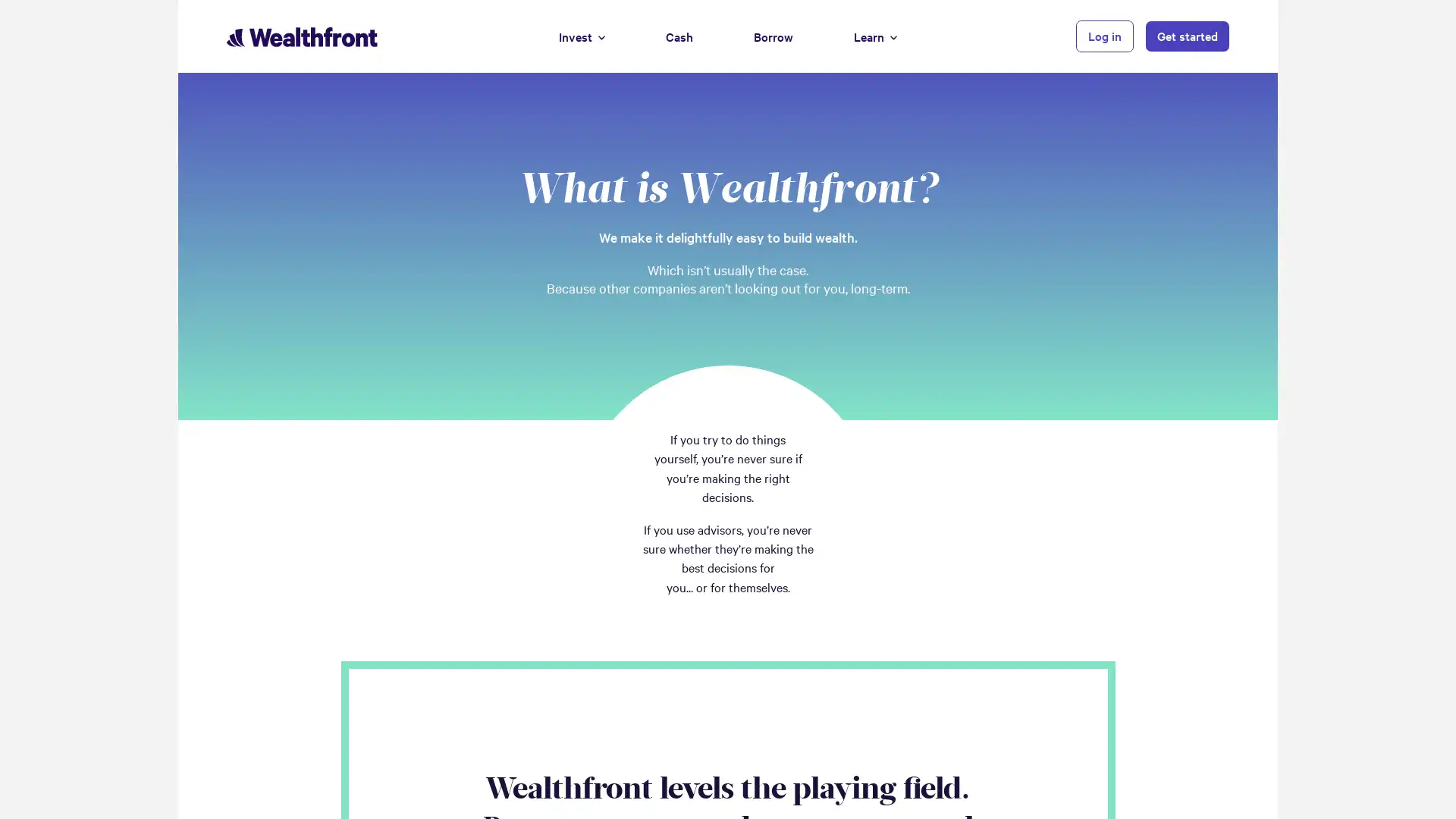  What do you see at coordinates (581, 35) in the screenshot?
I see `Invest` at bounding box center [581, 35].